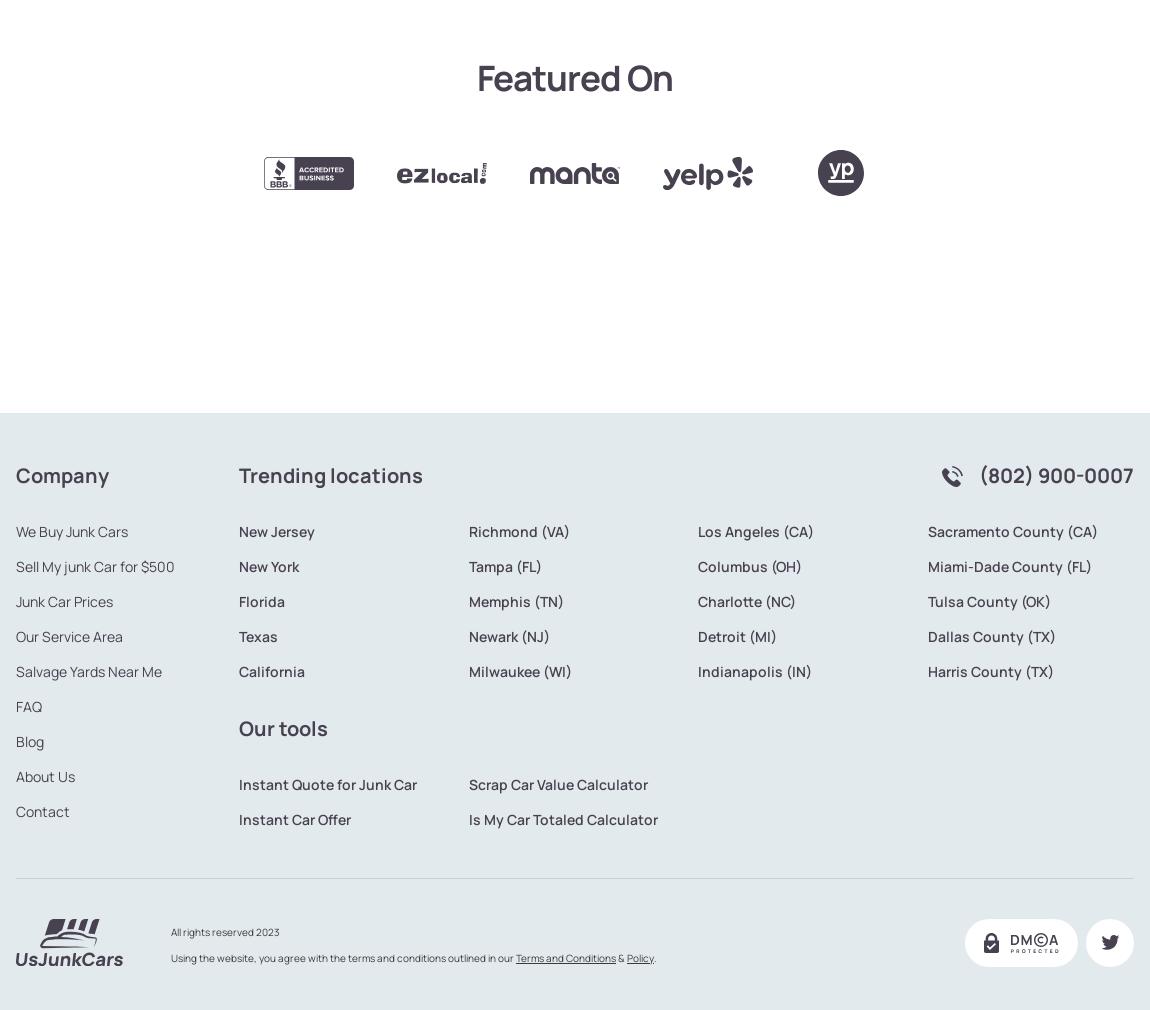 This screenshot has width=1150, height=1010. I want to click on 'New York', so click(267, 499).